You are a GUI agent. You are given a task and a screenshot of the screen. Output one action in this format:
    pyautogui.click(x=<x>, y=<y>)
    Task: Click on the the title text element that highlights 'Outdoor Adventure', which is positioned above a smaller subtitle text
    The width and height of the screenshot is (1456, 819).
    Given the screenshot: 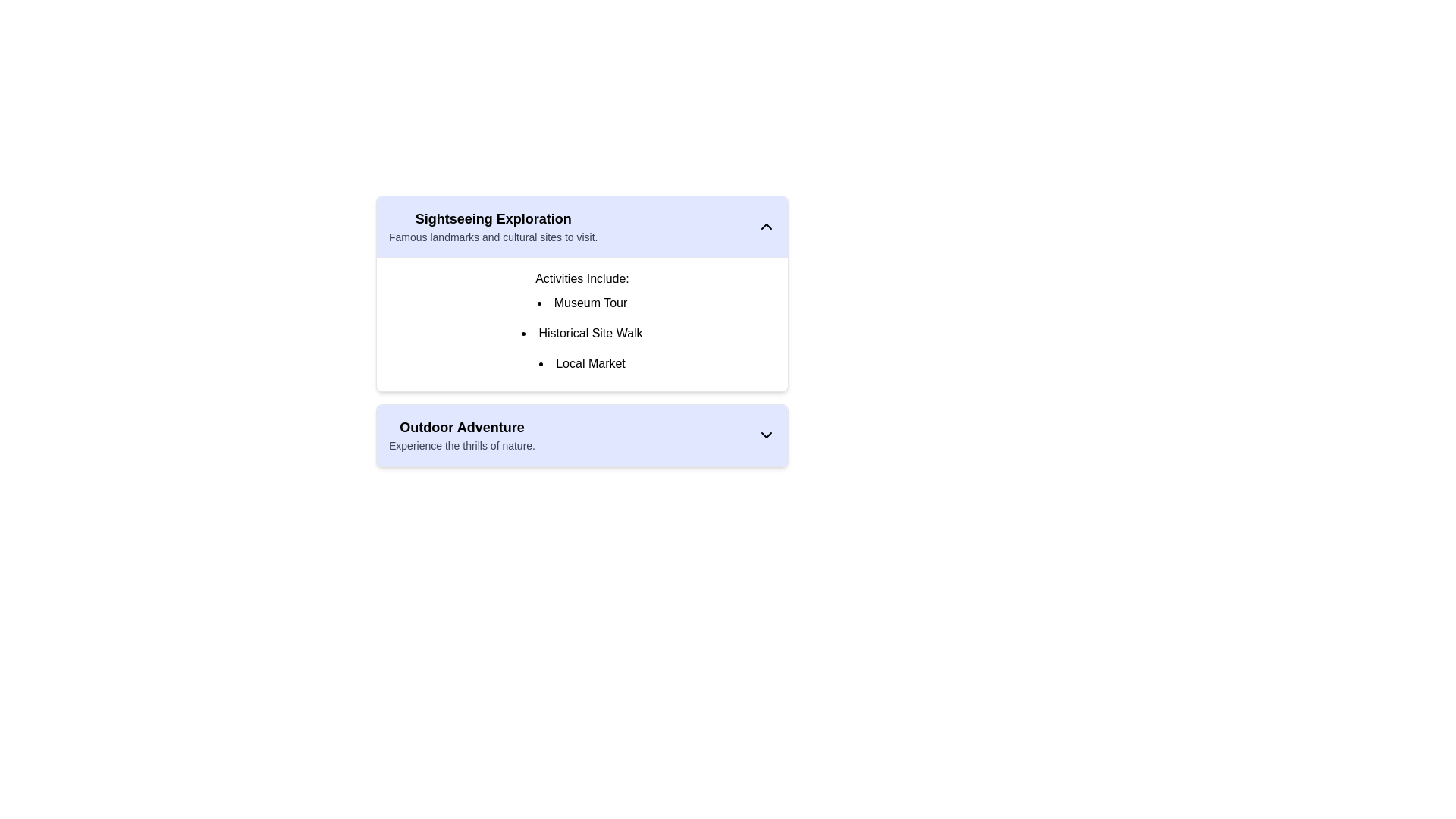 What is the action you would take?
    pyautogui.click(x=461, y=427)
    